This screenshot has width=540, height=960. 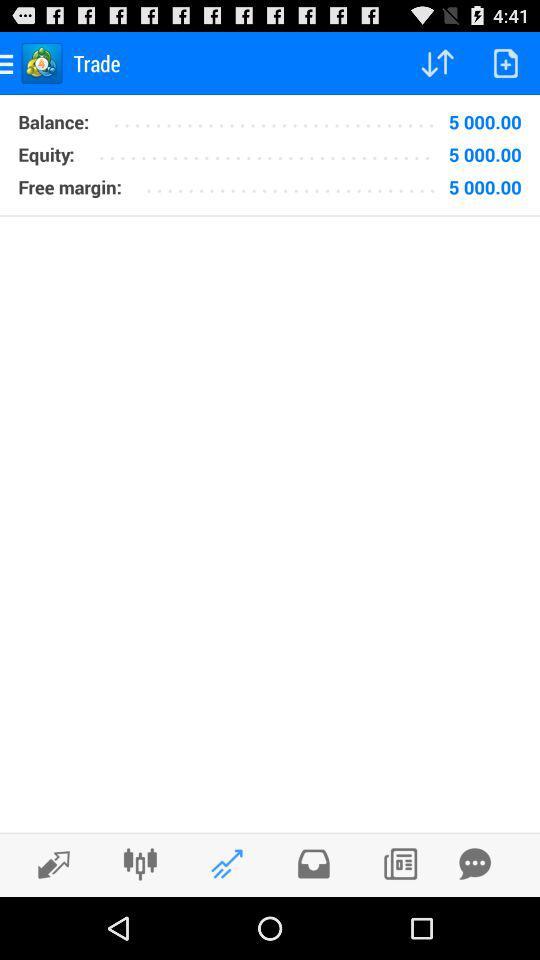 What do you see at coordinates (400, 863) in the screenshot?
I see `look at news feed` at bounding box center [400, 863].